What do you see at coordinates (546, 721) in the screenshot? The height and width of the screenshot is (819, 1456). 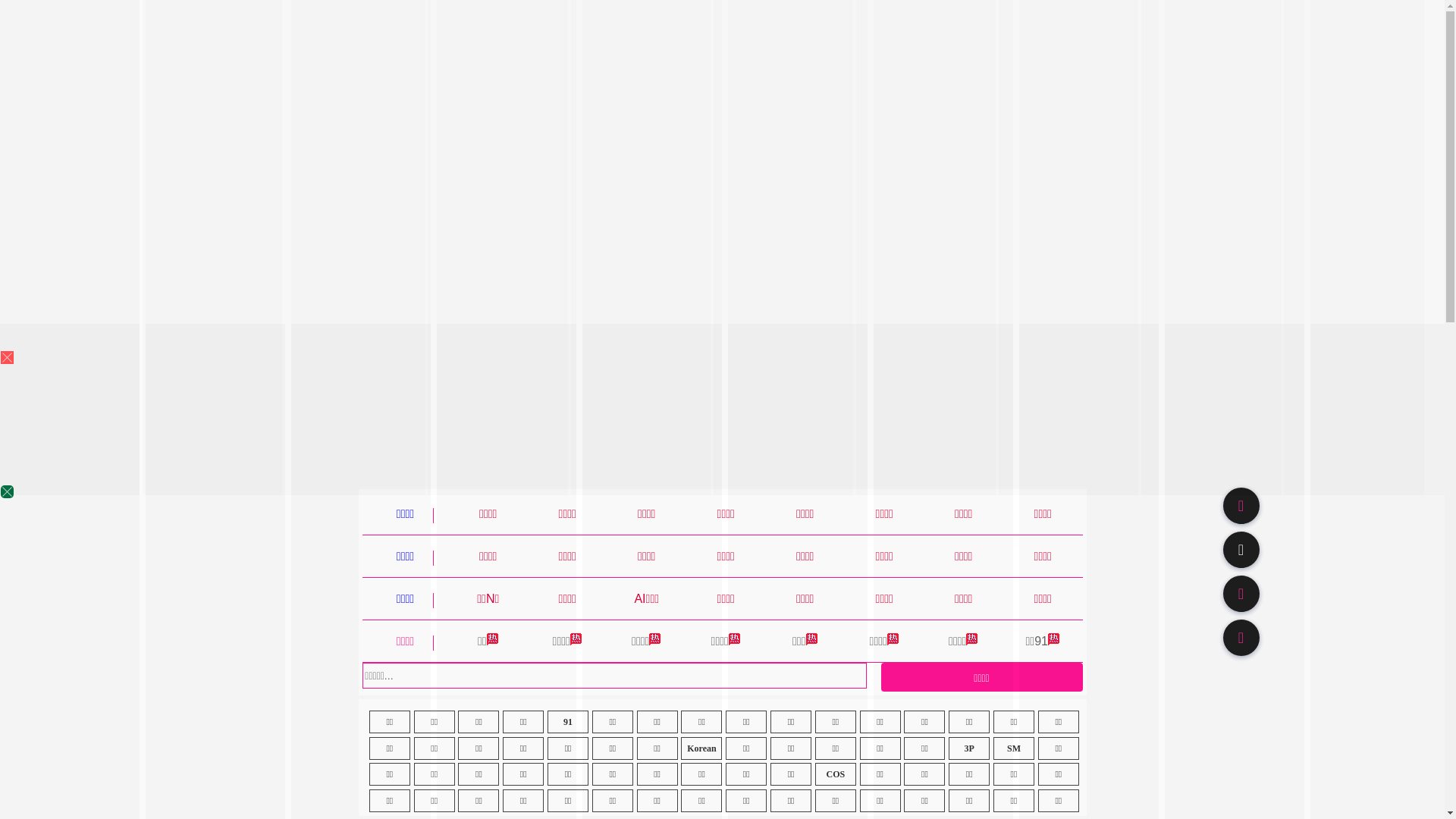 I see `'91'` at bounding box center [546, 721].